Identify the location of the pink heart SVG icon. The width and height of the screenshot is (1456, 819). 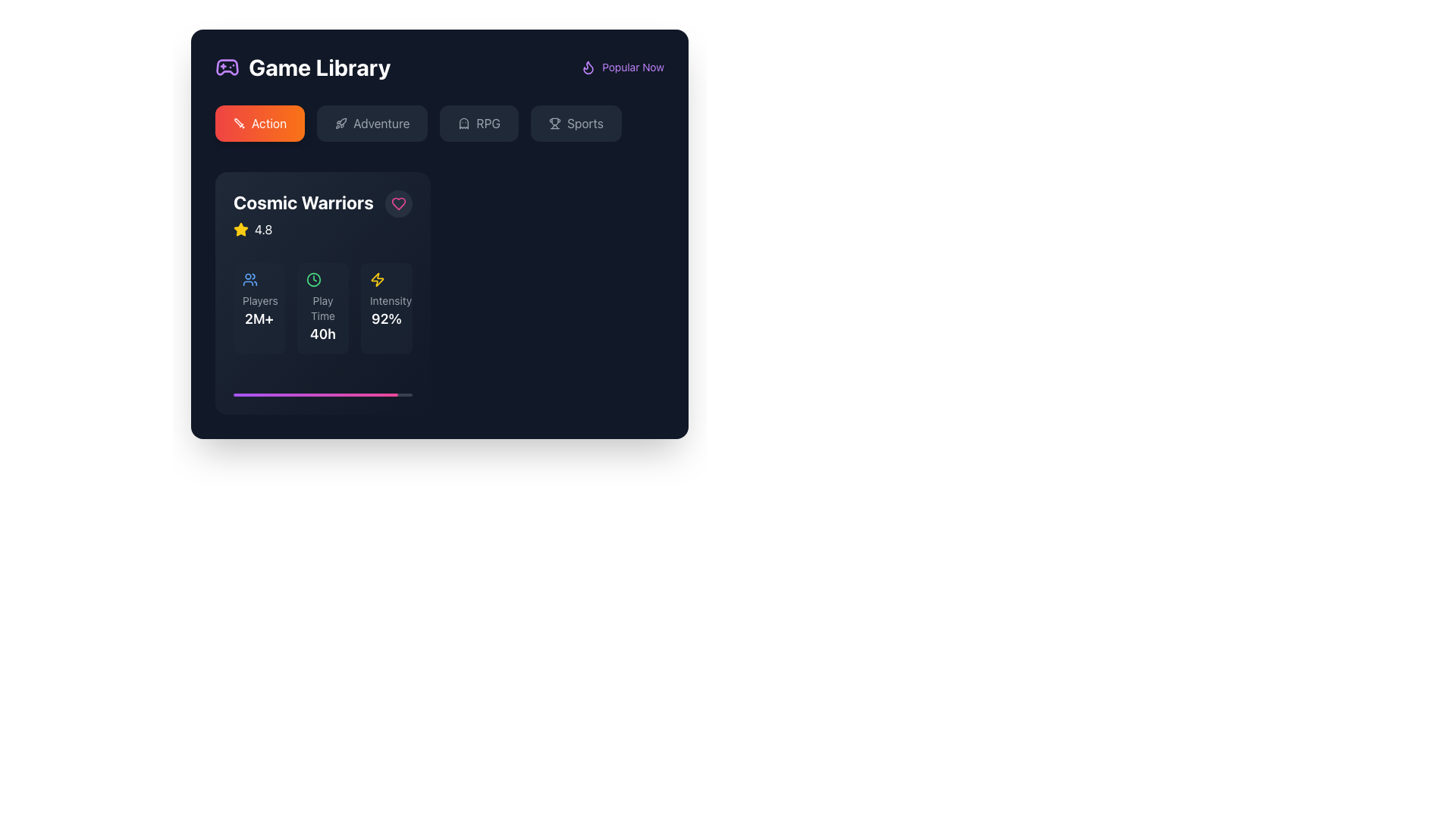
(399, 203).